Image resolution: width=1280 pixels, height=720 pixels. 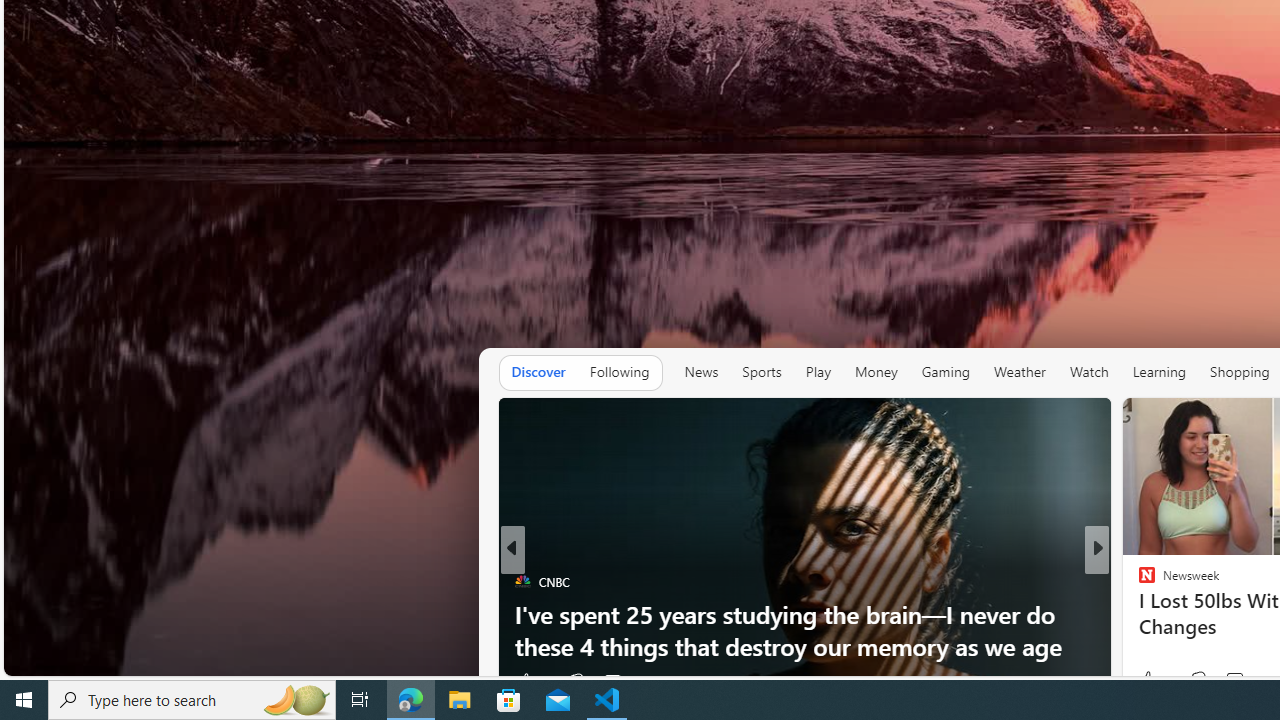 I want to click on '51 Like', so click(x=1149, y=680).